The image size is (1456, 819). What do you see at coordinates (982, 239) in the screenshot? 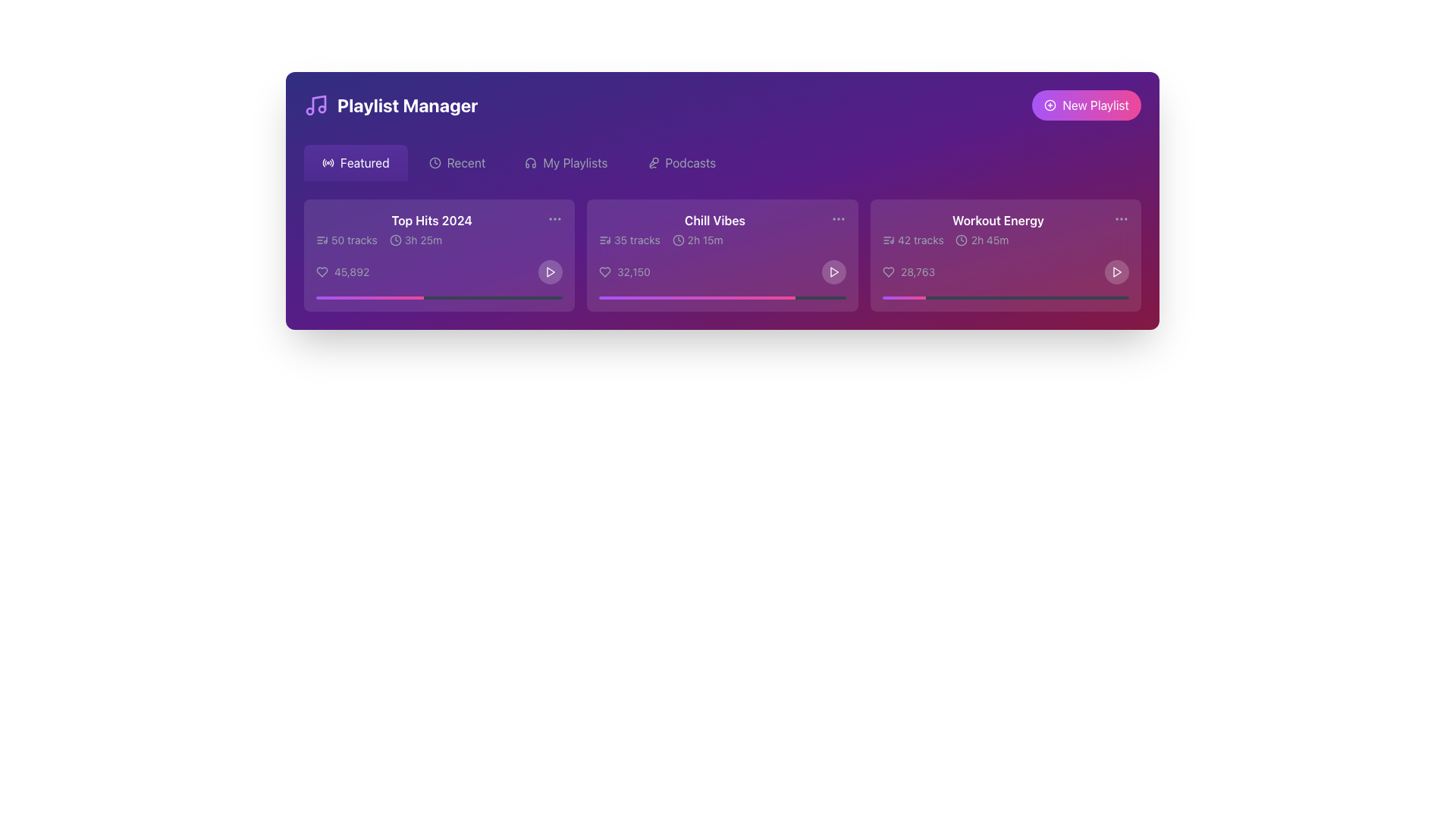
I see `the Duration label element displaying the total duration of the playlist` at bounding box center [982, 239].